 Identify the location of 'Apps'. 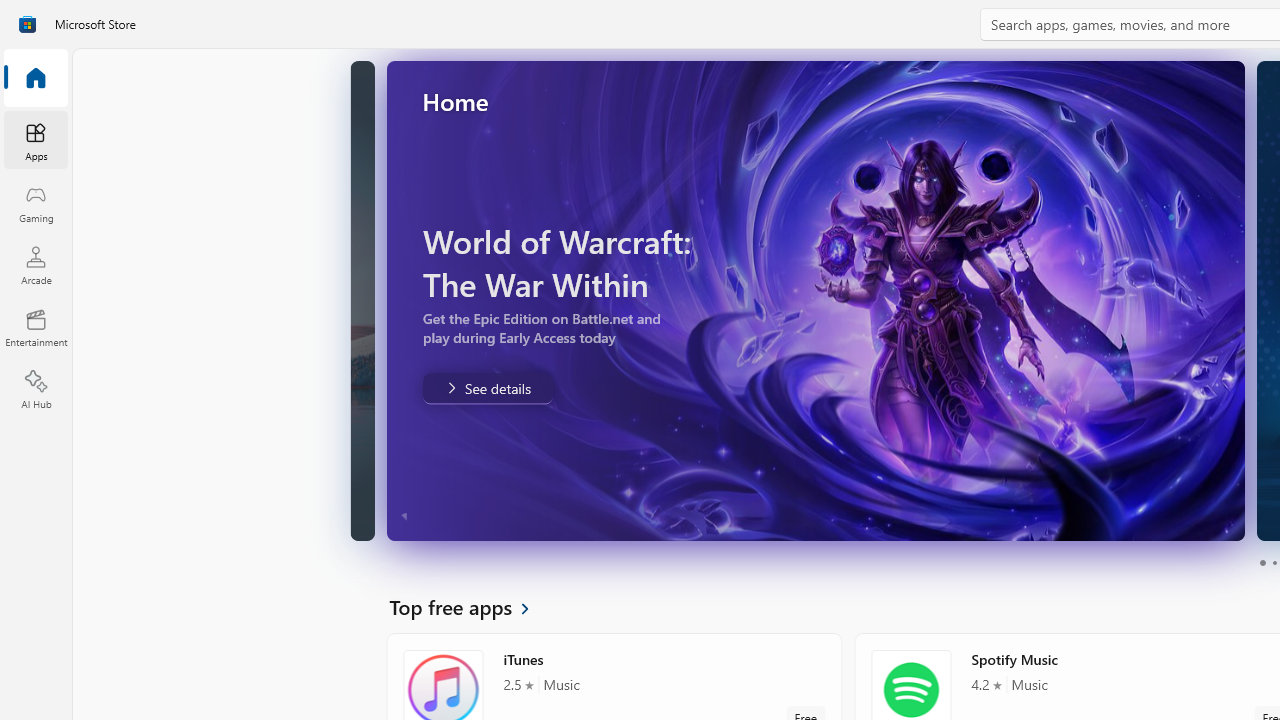
(35, 140).